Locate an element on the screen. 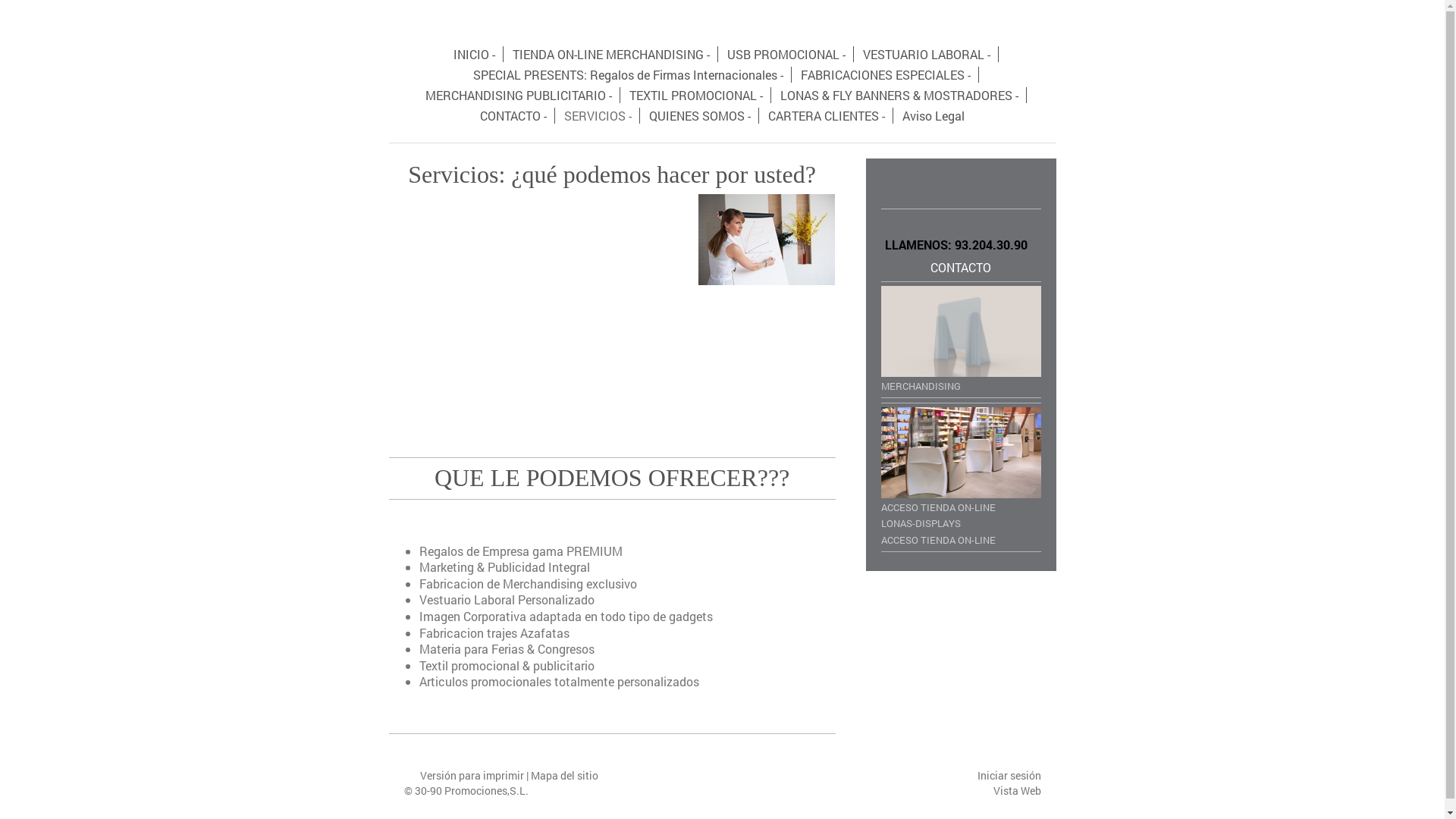  'FABRICACIONES ESPECIALES -' is located at coordinates (792, 74).